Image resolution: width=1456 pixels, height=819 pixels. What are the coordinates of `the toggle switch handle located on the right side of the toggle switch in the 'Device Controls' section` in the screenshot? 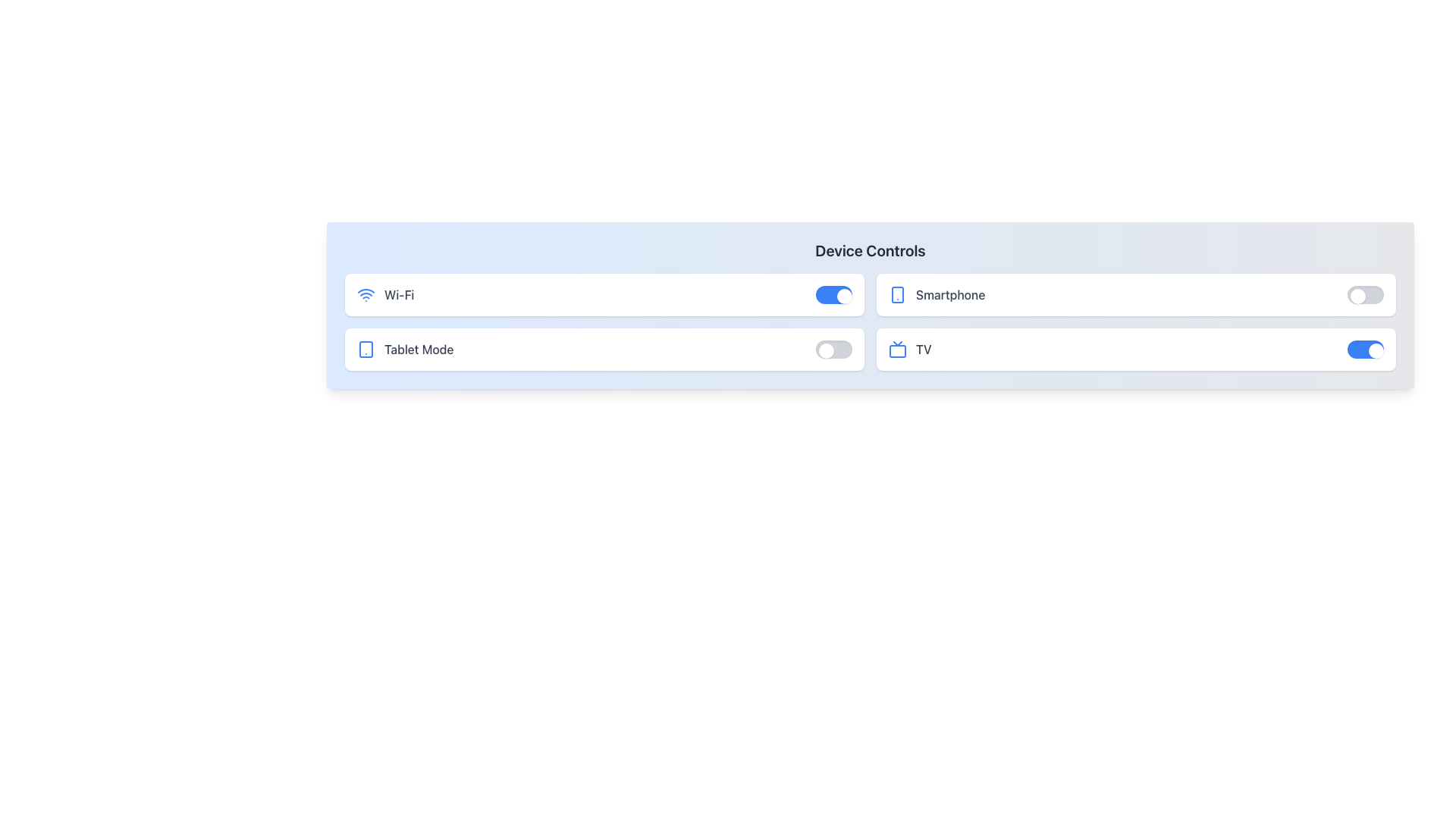 It's located at (1357, 296).